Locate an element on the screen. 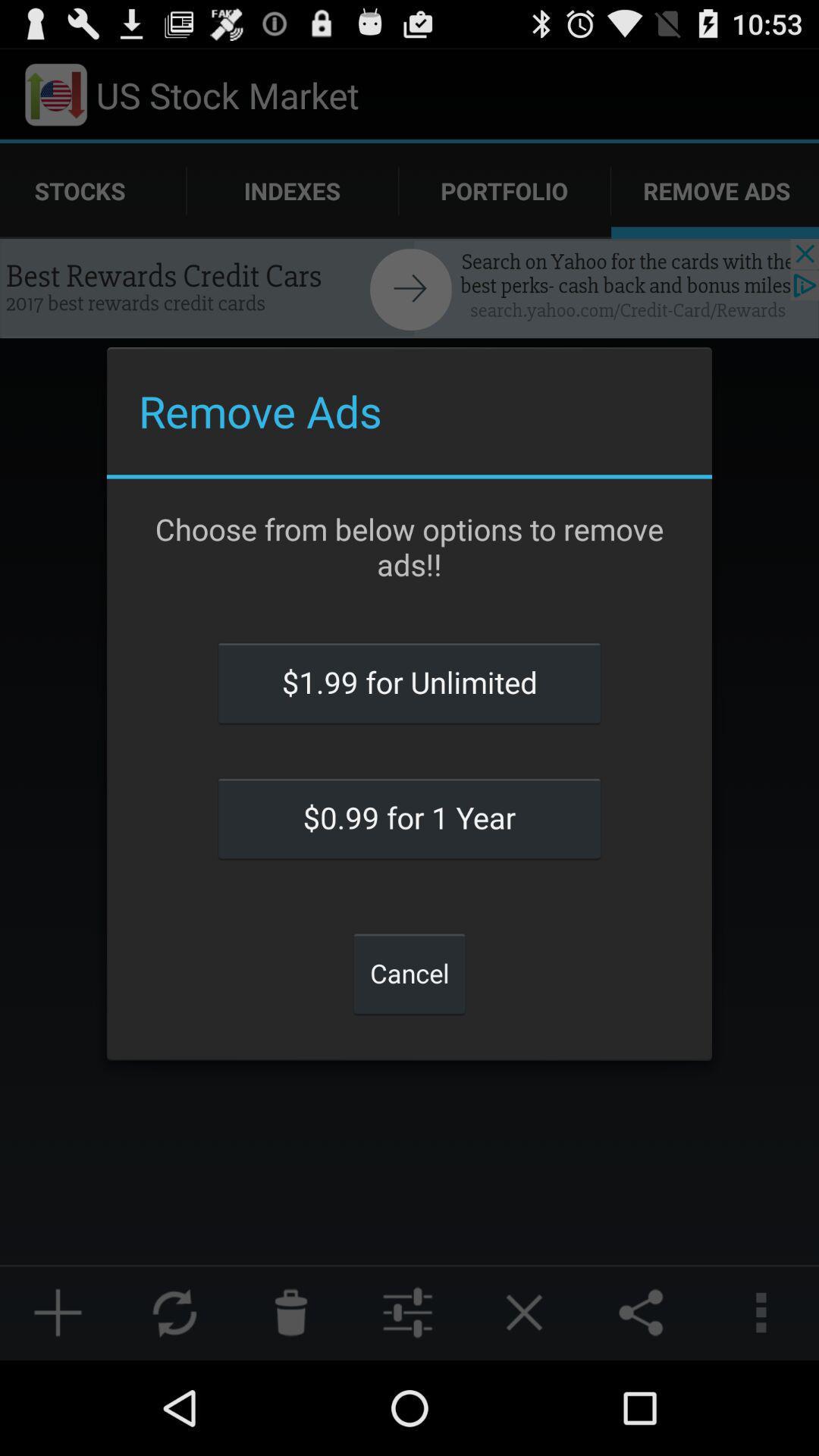 Image resolution: width=819 pixels, height=1456 pixels. cancel icon is located at coordinates (409, 973).